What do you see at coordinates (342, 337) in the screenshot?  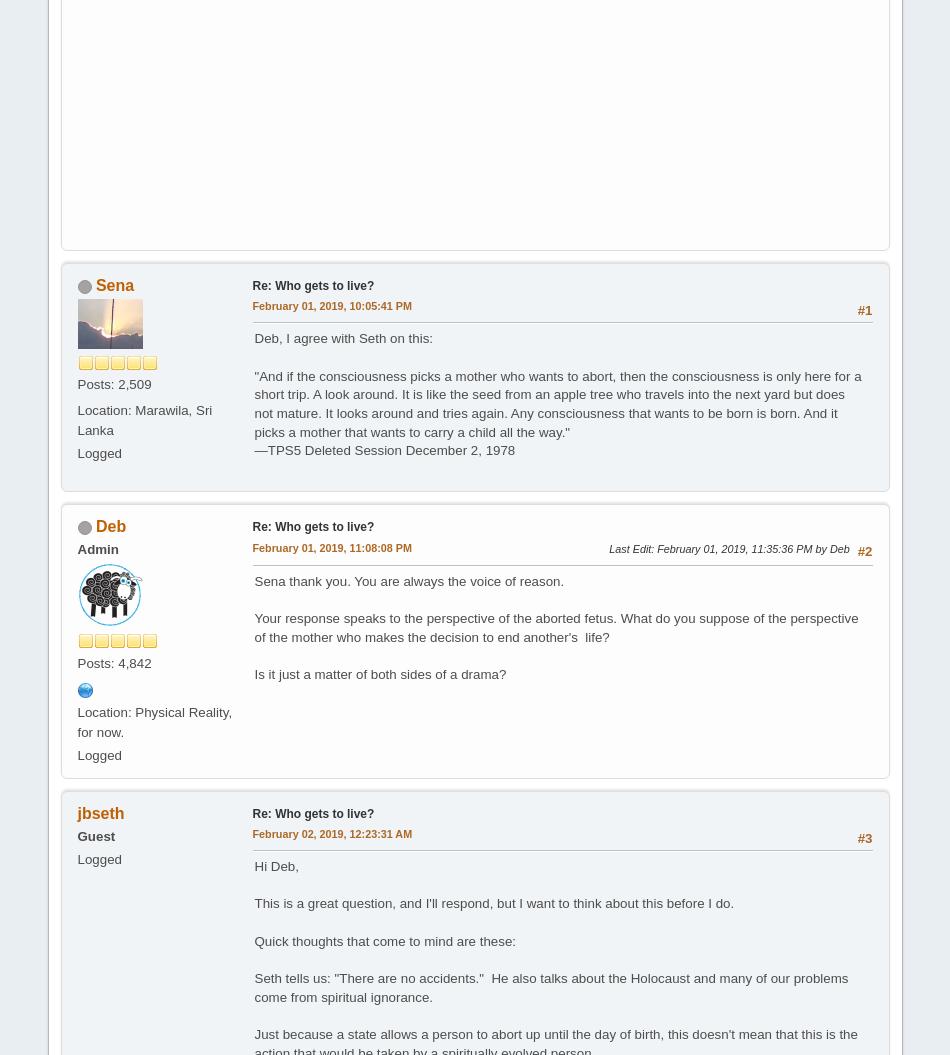 I see `'Deb, I agree with Seth on this:'` at bounding box center [342, 337].